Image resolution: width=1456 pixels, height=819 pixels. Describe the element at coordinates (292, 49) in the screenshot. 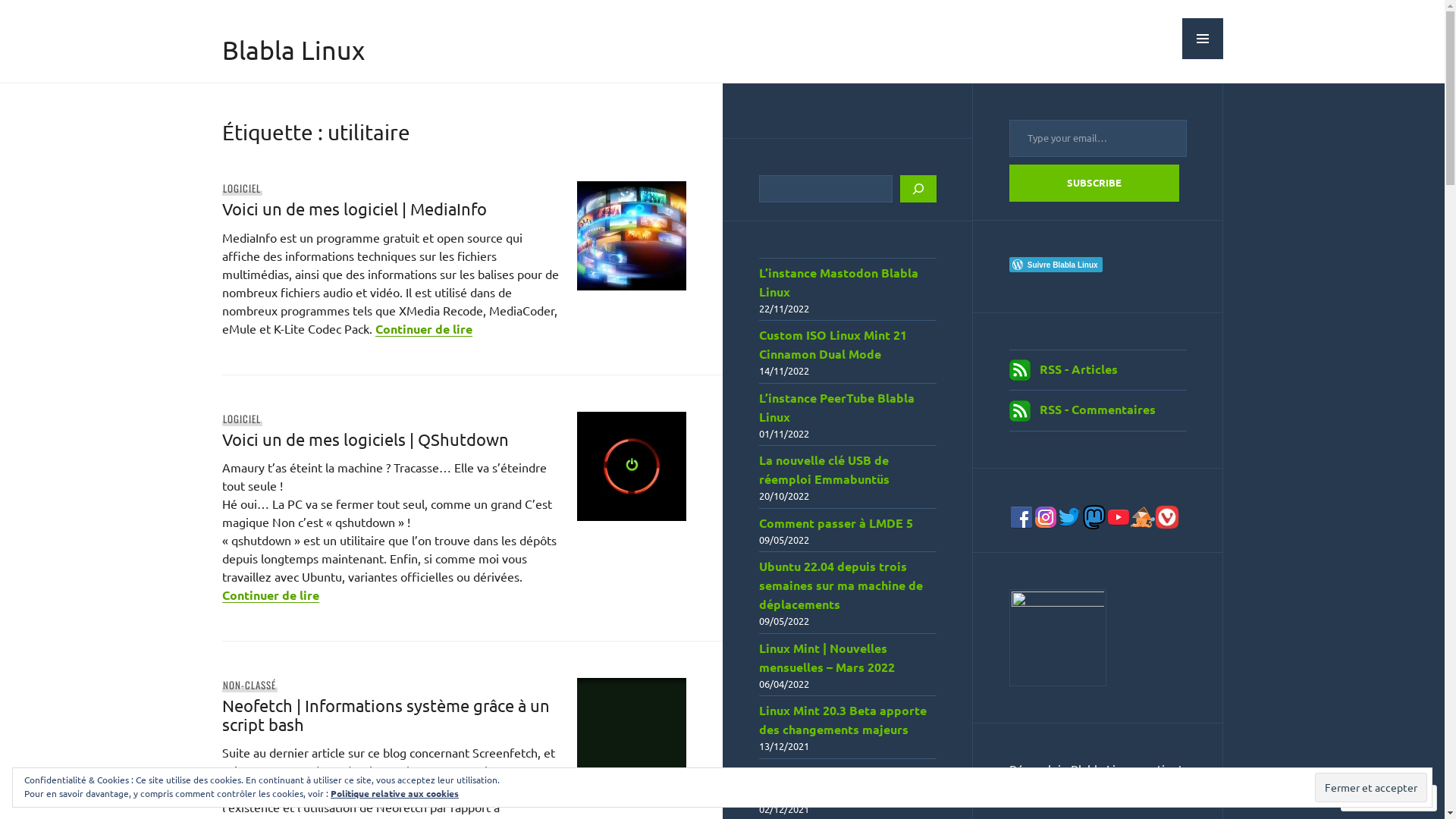

I see `'Blabla Linux'` at that location.